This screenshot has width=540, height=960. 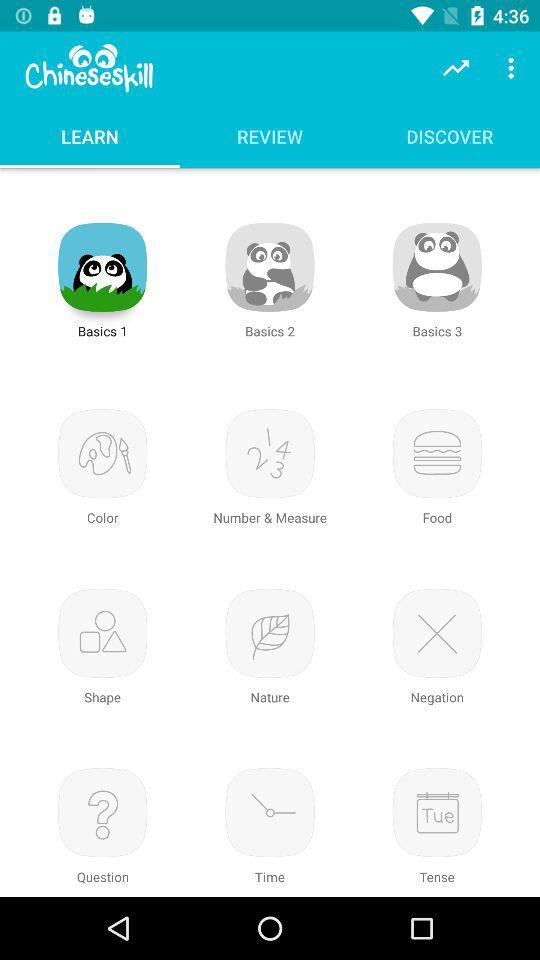 I want to click on icon above the discover, so click(x=455, y=68).